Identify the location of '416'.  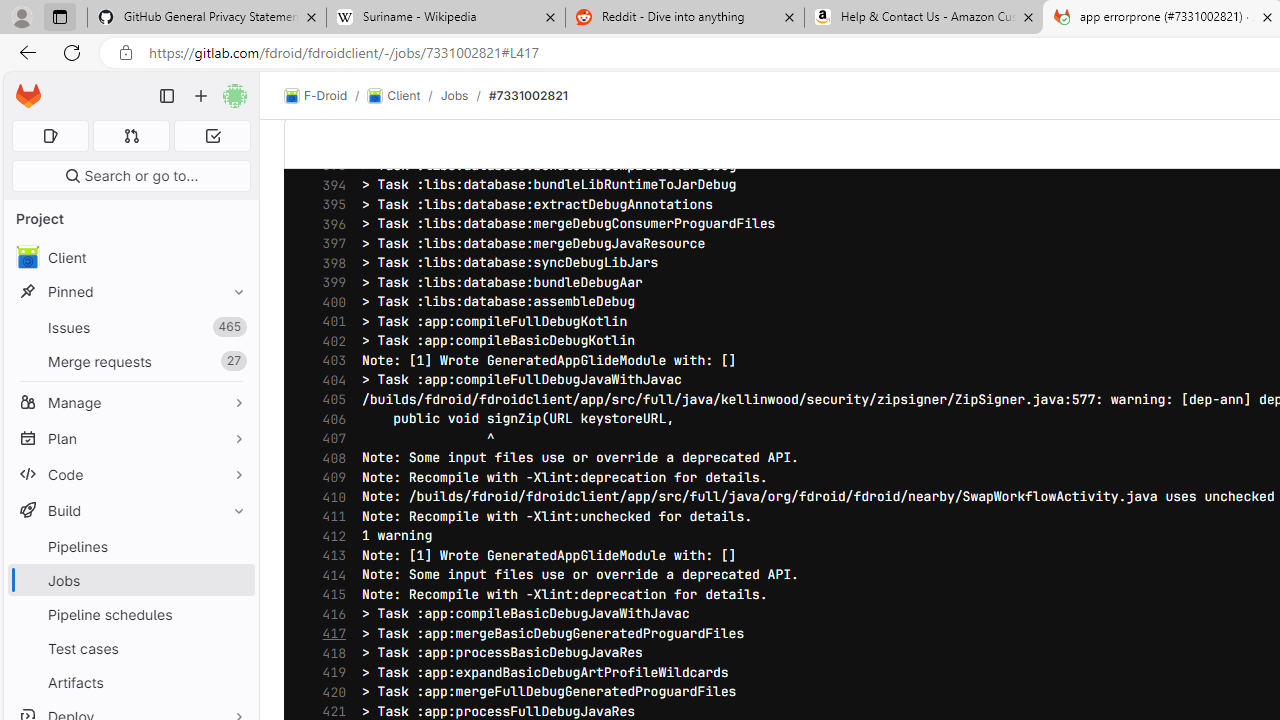
(329, 613).